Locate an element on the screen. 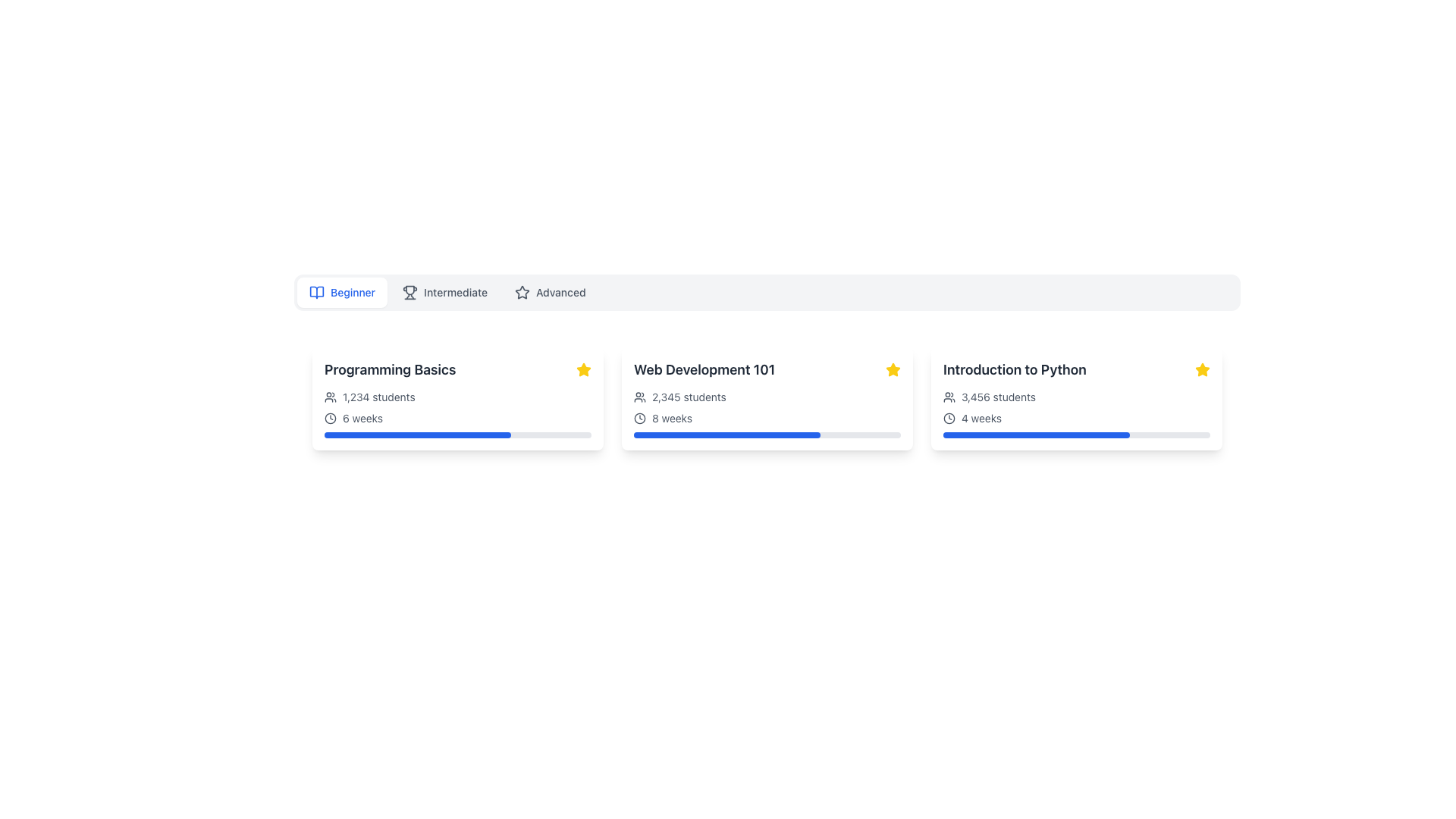 Image resolution: width=1456 pixels, height=819 pixels. the progress bar indicating 70% completion for the 'Programming Basics' course, which is located at the bottom of its card on a gray background is located at coordinates (418, 435).